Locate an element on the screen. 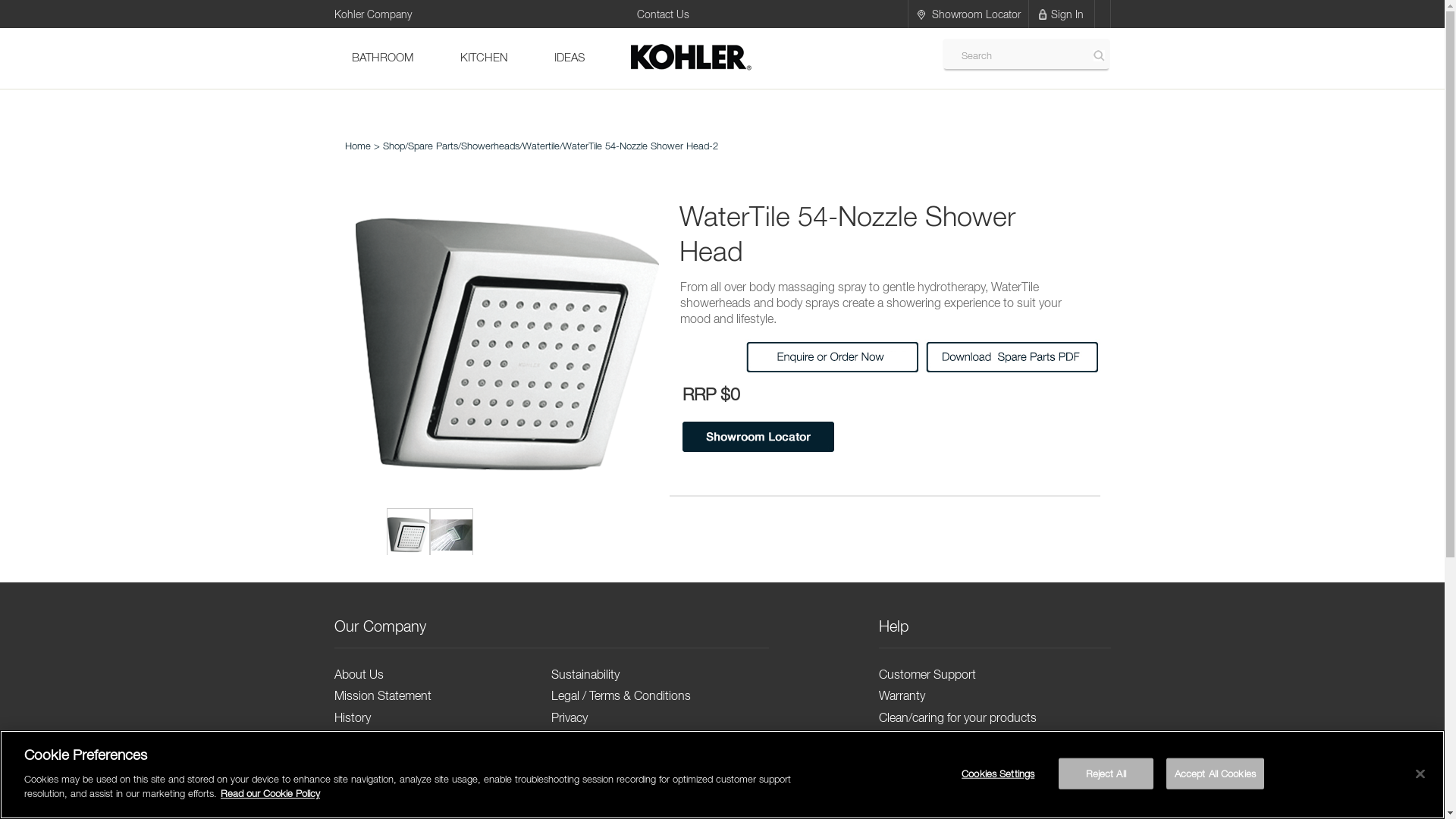 This screenshot has width=1456, height=819. 'Awards' is located at coordinates (352, 761).